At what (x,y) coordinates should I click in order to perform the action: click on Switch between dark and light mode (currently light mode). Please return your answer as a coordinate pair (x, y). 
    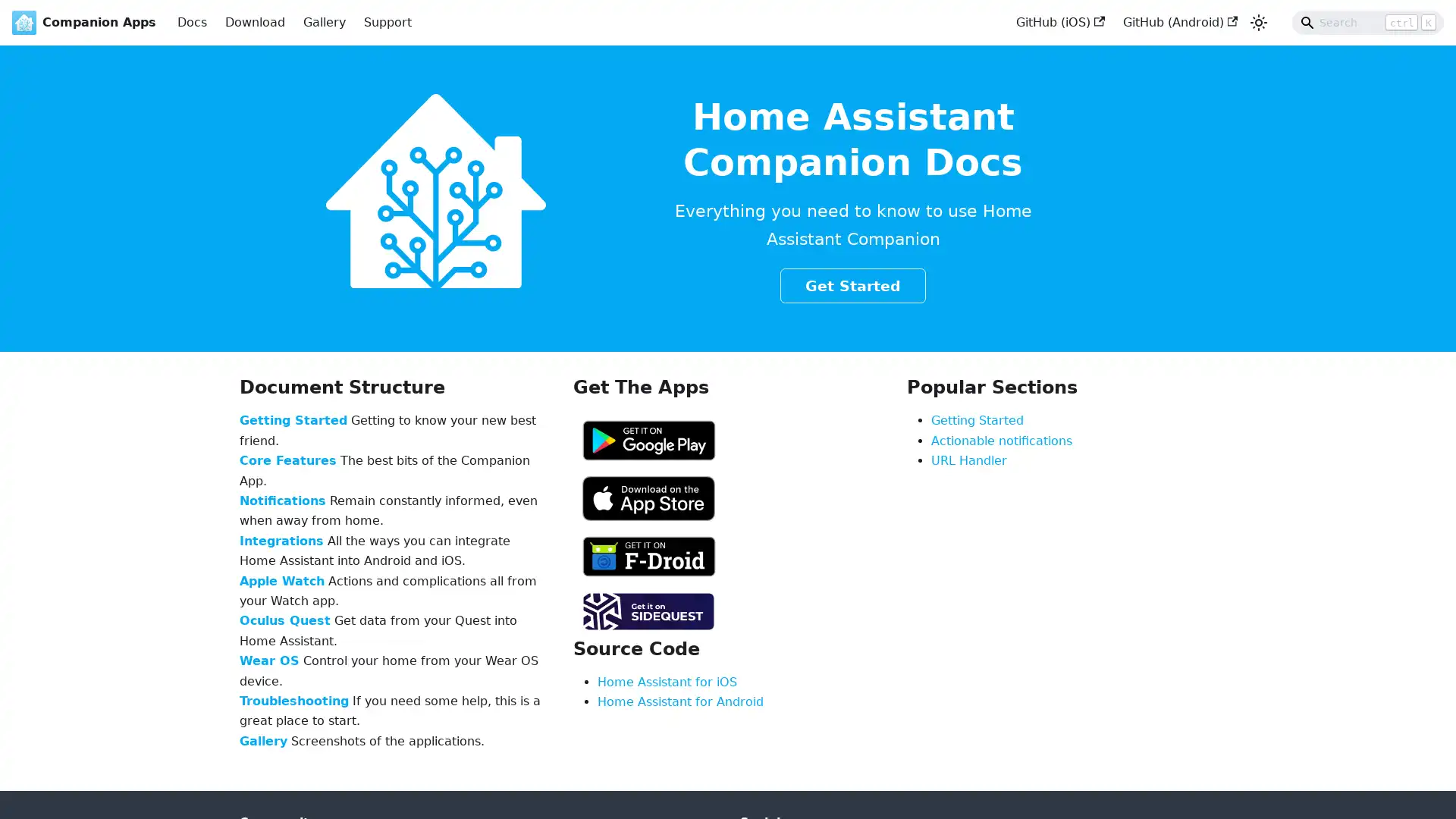
    Looking at the image, I should click on (1259, 23).